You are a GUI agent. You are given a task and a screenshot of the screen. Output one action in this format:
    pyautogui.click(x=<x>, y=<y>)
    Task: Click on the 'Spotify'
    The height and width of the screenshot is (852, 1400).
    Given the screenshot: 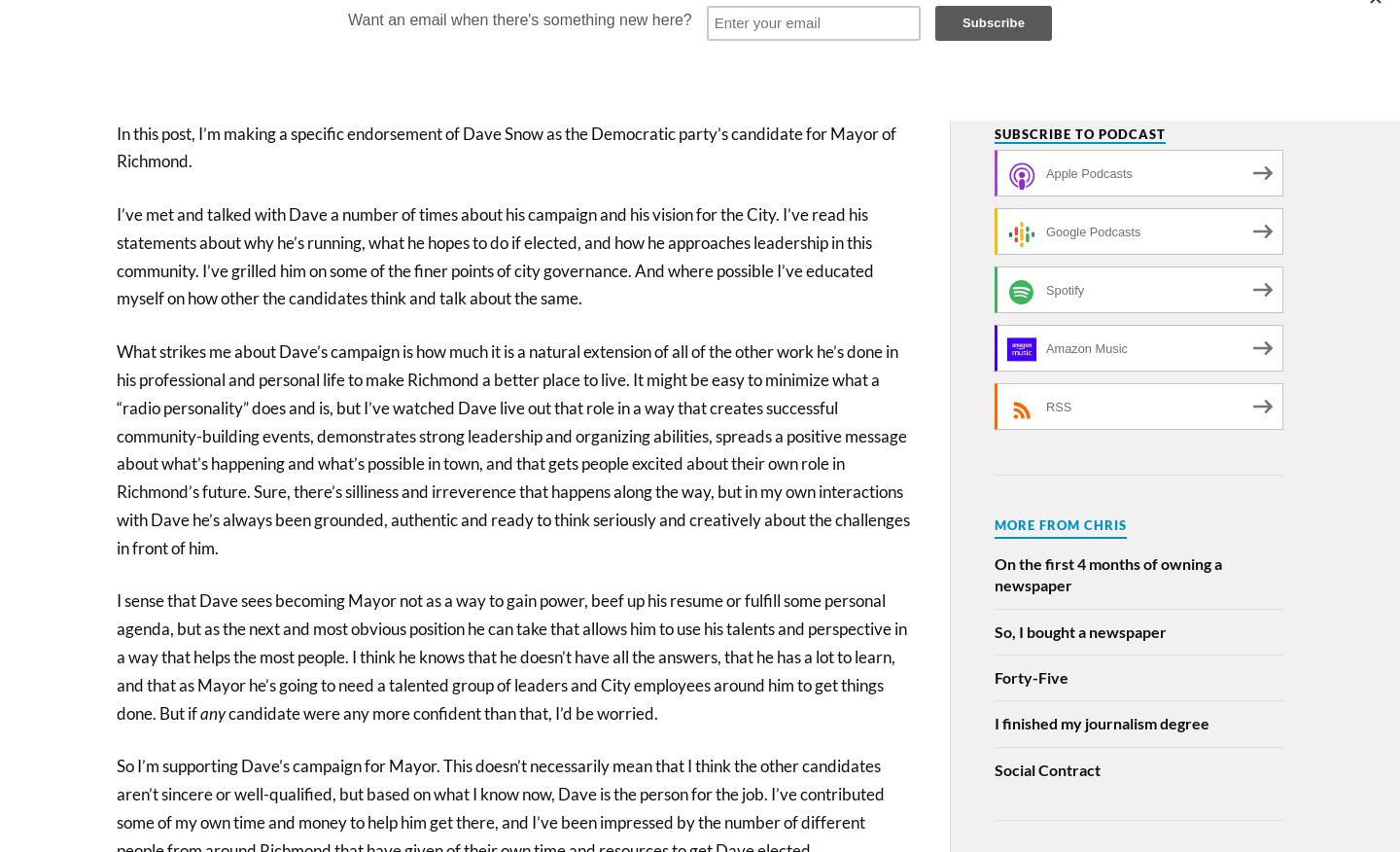 What is the action you would take?
    pyautogui.click(x=1045, y=289)
    